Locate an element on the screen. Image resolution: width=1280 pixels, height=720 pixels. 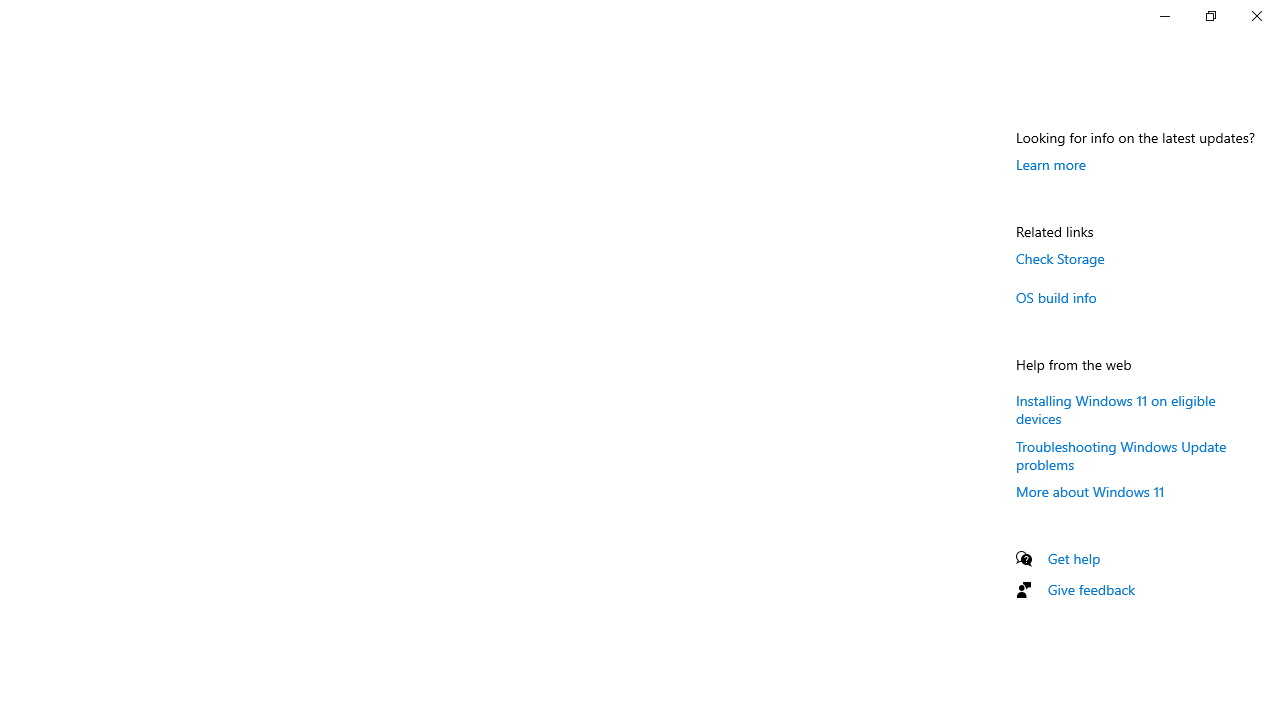
'Close Settings' is located at coordinates (1255, 15).